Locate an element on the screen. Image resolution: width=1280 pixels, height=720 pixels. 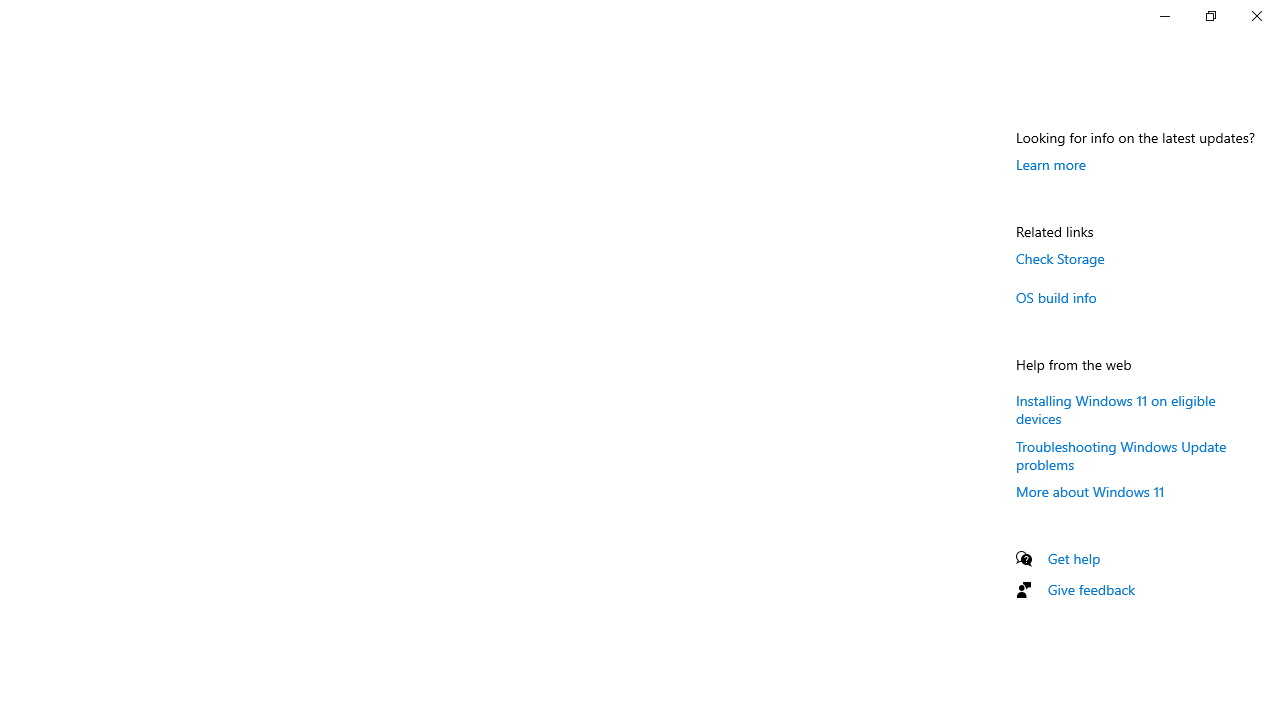
'Close Settings' is located at coordinates (1255, 15).